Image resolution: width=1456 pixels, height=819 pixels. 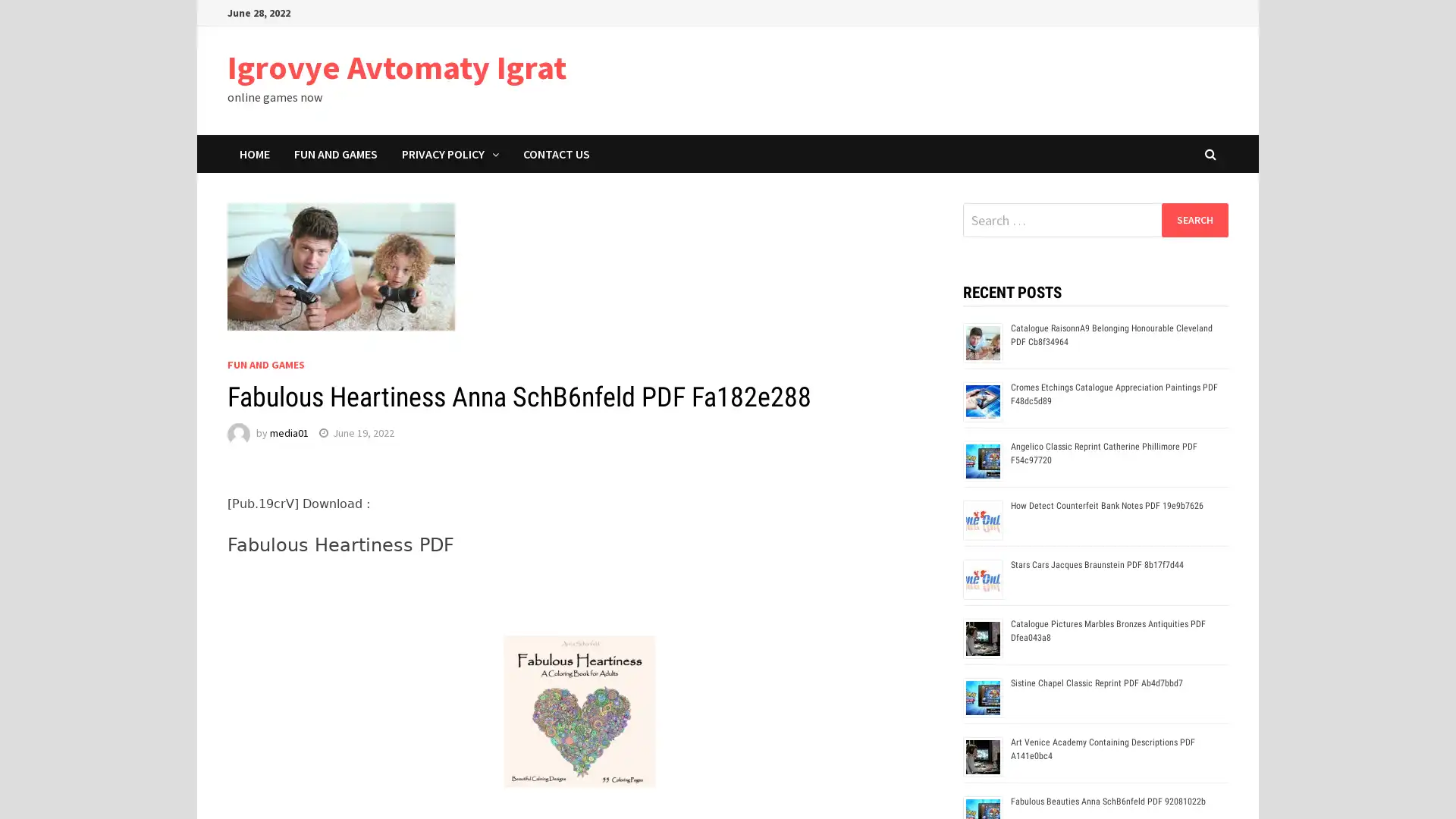 I want to click on Search, so click(x=1194, y=219).